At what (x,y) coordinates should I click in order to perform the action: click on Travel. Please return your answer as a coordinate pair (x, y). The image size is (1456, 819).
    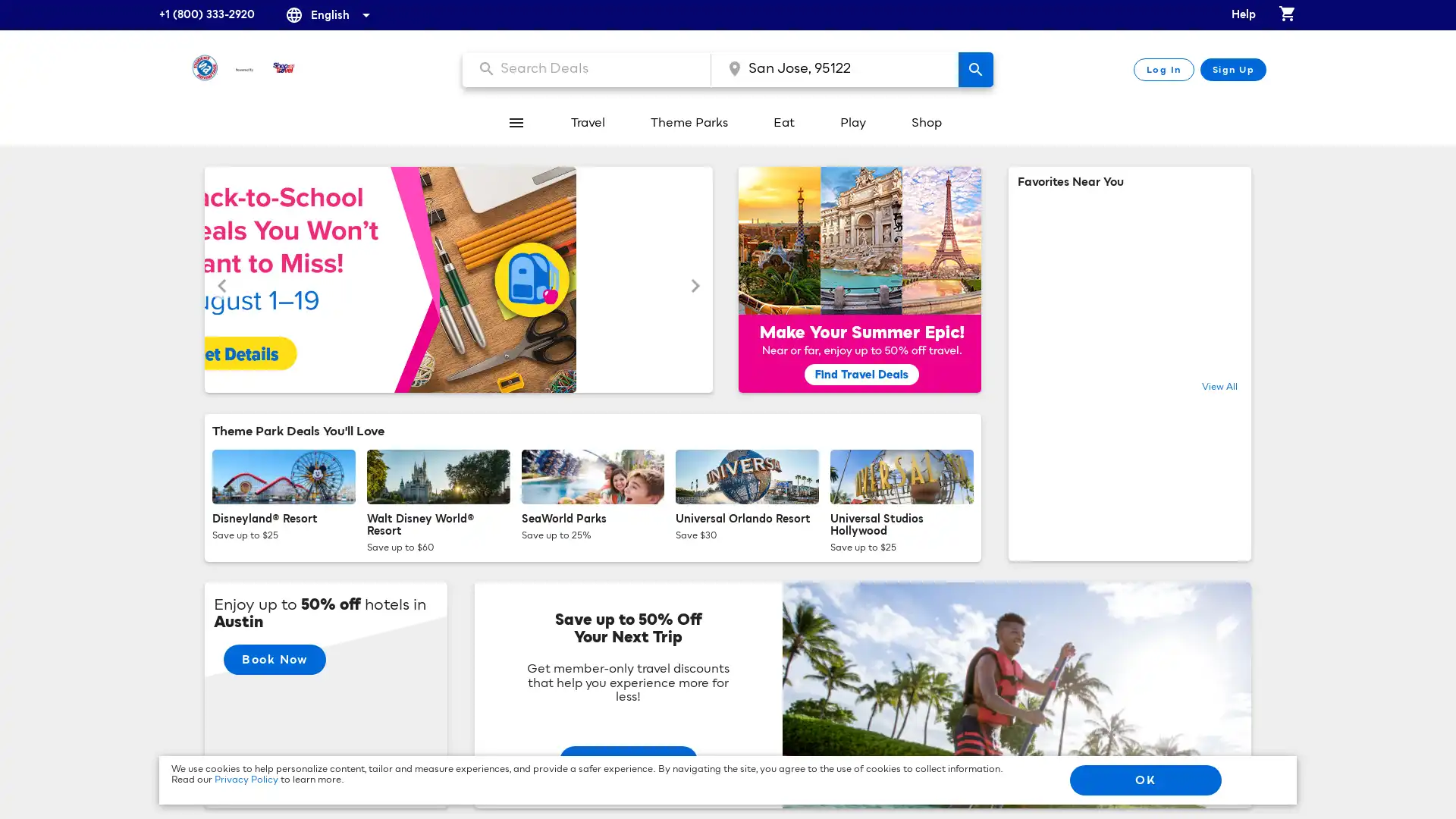
    Looking at the image, I should click on (586, 127).